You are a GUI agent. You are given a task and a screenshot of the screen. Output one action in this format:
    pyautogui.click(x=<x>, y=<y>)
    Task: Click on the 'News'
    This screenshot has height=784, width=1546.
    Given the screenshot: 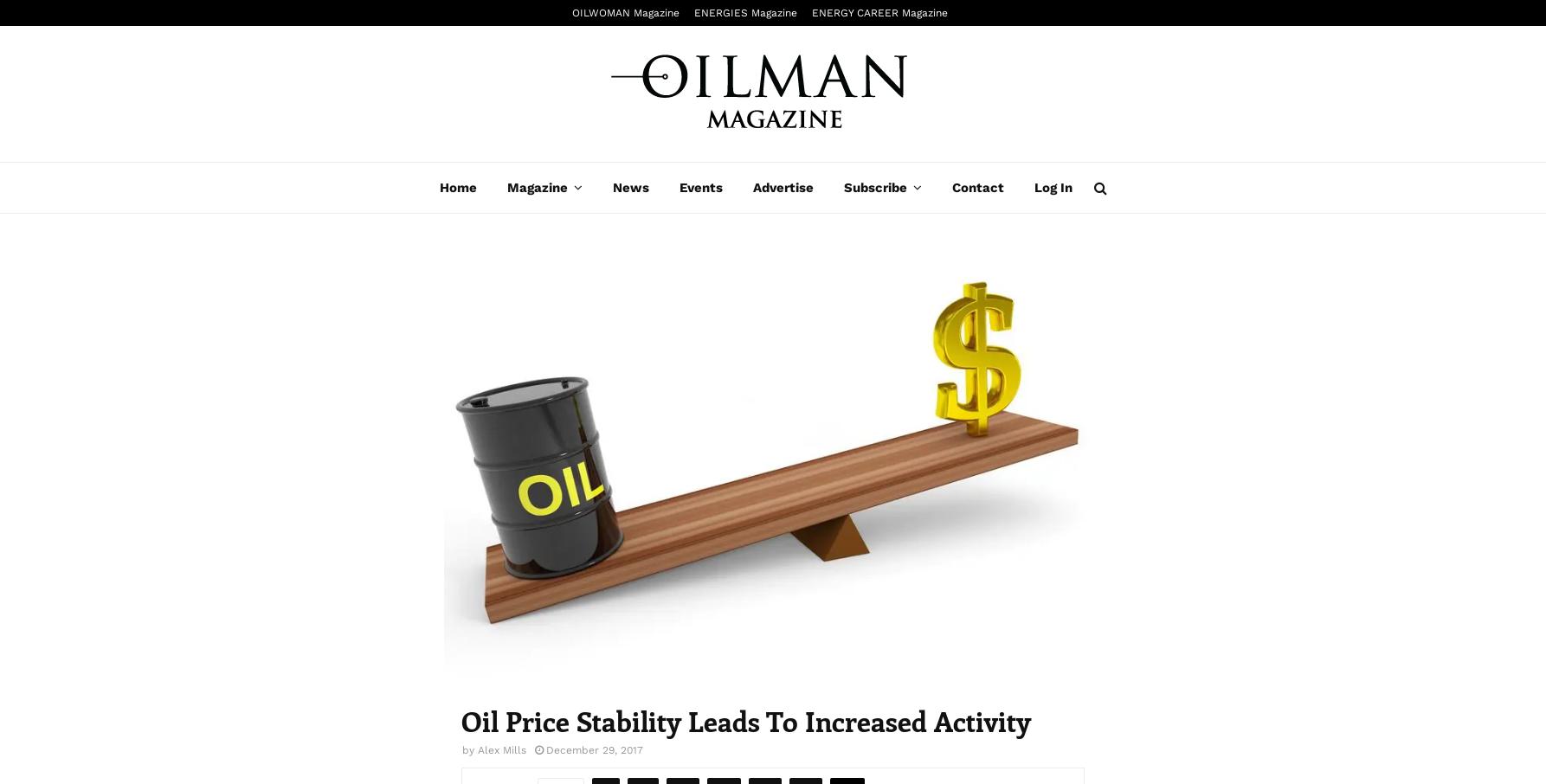 What is the action you would take?
    pyautogui.click(x=629, y=186)
    